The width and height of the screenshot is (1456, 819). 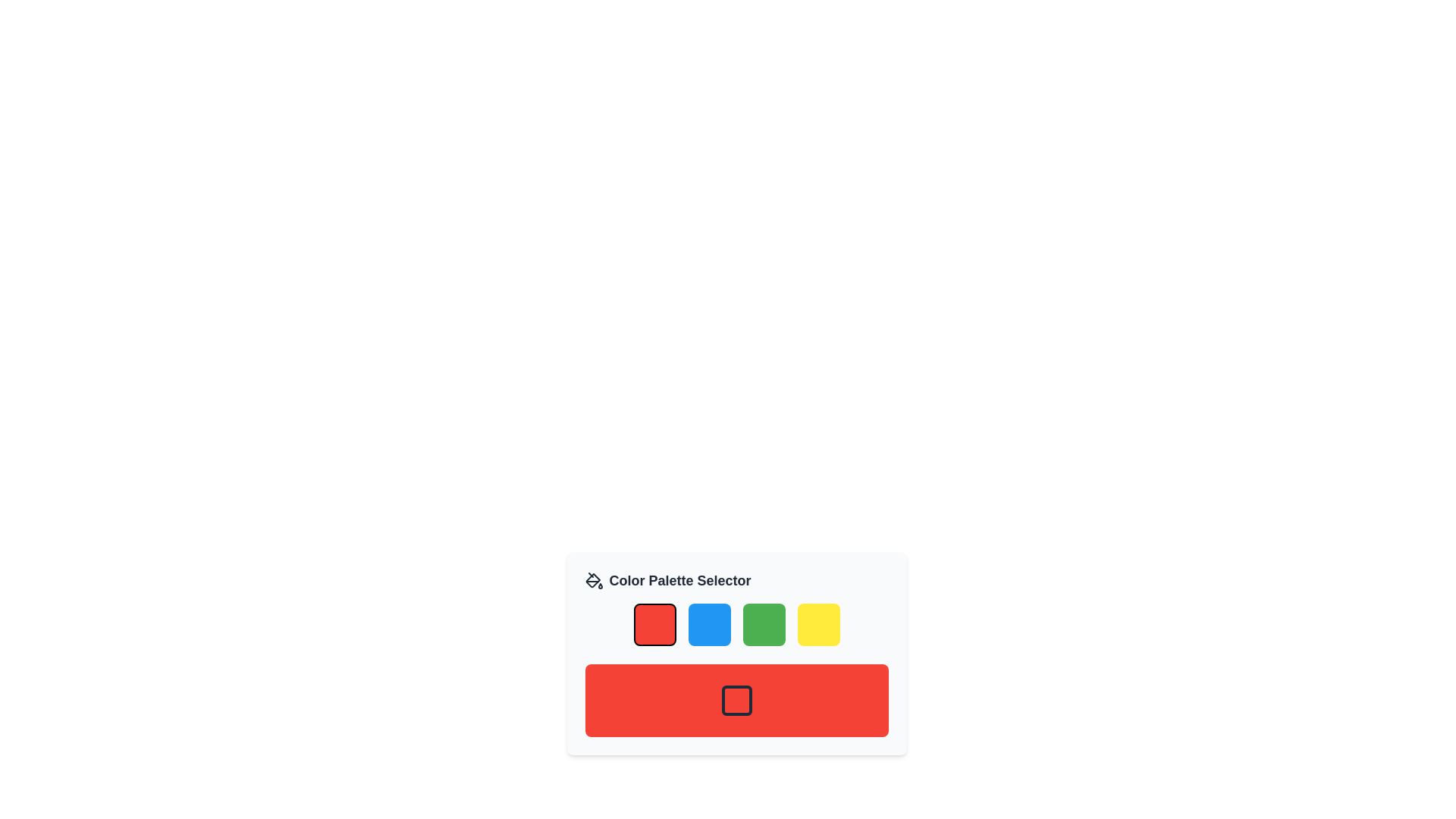 I want to click on the interactive button, which is a square box with rounded corners and a solid yellow background, located at the bottom center of the interface as the fourth button in a row of four, so click(x=817, y=625).